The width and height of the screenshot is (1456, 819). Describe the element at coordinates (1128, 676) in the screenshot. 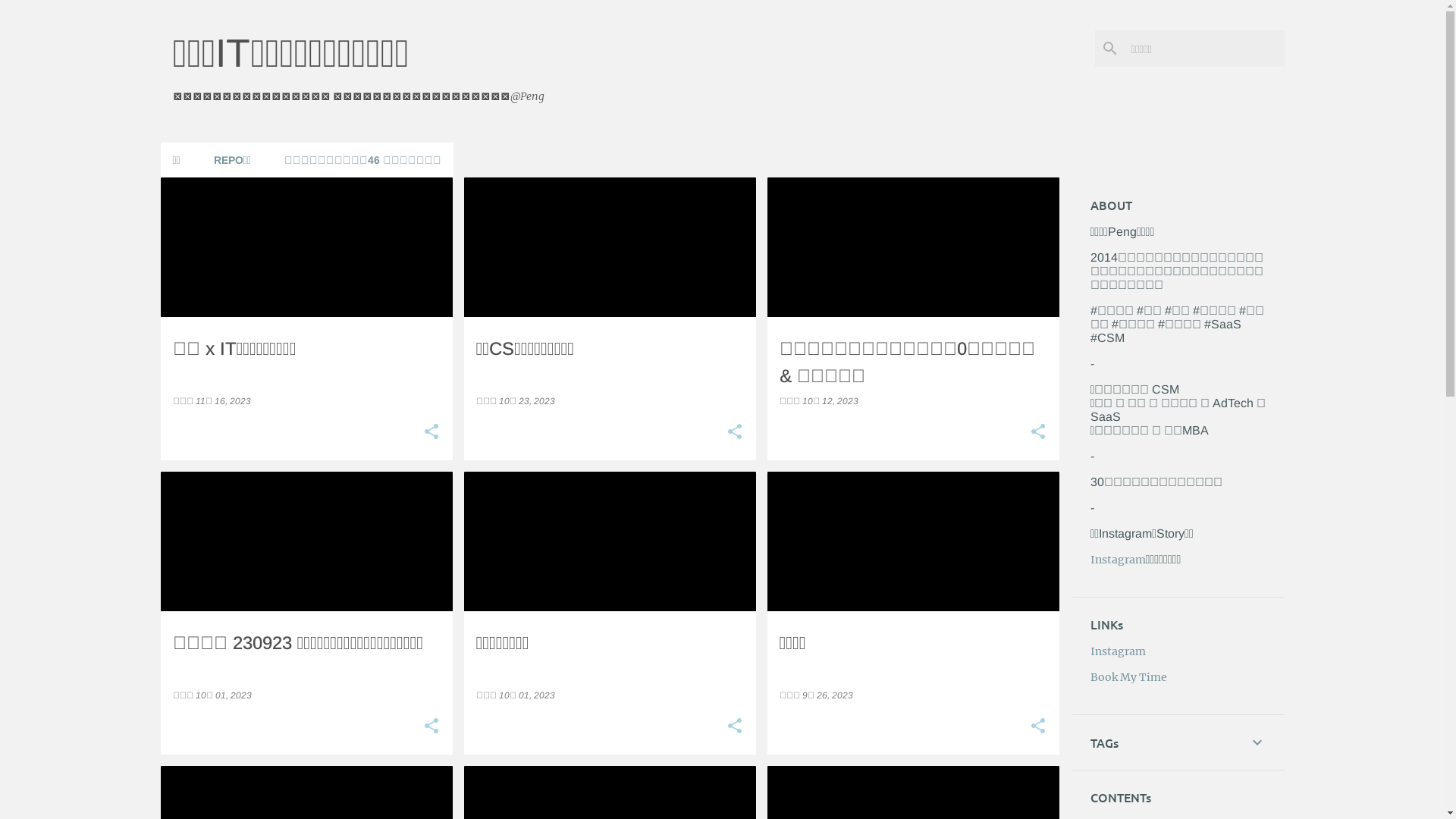

I see `'Book My Time'` at that location.